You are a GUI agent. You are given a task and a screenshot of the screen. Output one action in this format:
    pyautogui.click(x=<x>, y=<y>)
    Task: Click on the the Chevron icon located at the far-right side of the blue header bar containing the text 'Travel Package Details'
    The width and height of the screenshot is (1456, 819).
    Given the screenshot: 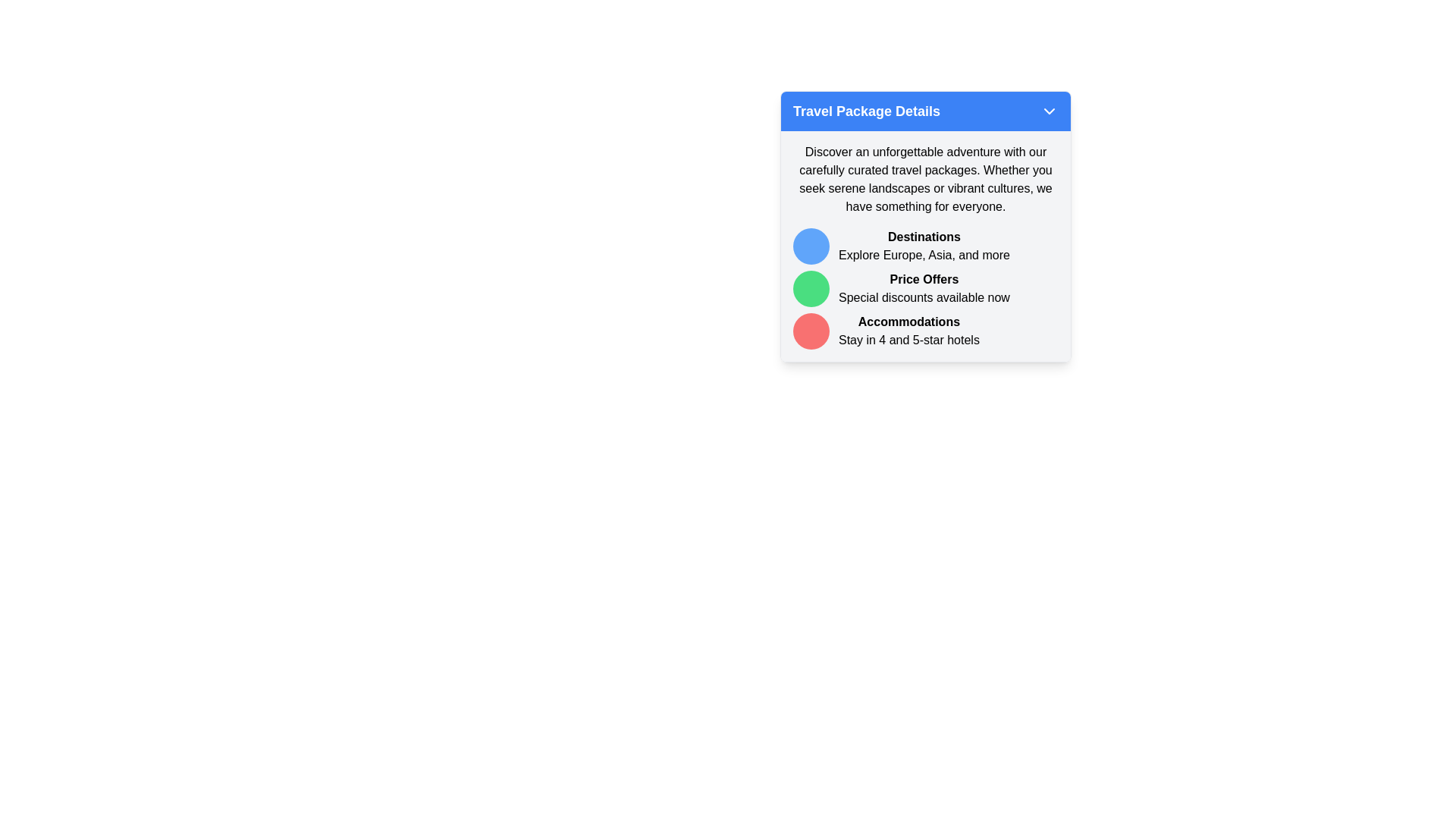 What is the action you would take?
    pyautogui.click(x=1048, y=110)
    